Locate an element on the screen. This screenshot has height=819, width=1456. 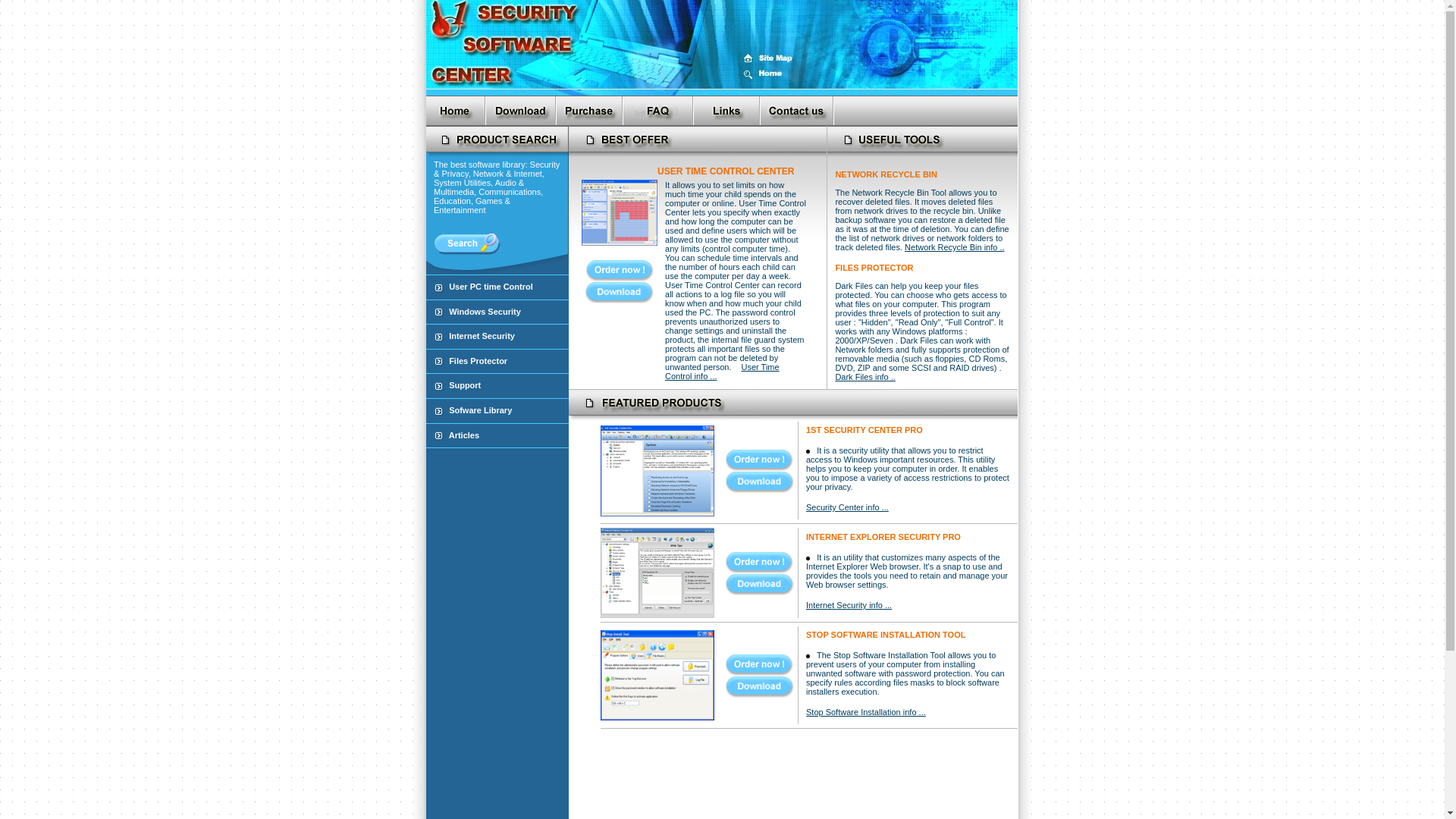
'Security Center info ...' is located at coordinates (846, 507).